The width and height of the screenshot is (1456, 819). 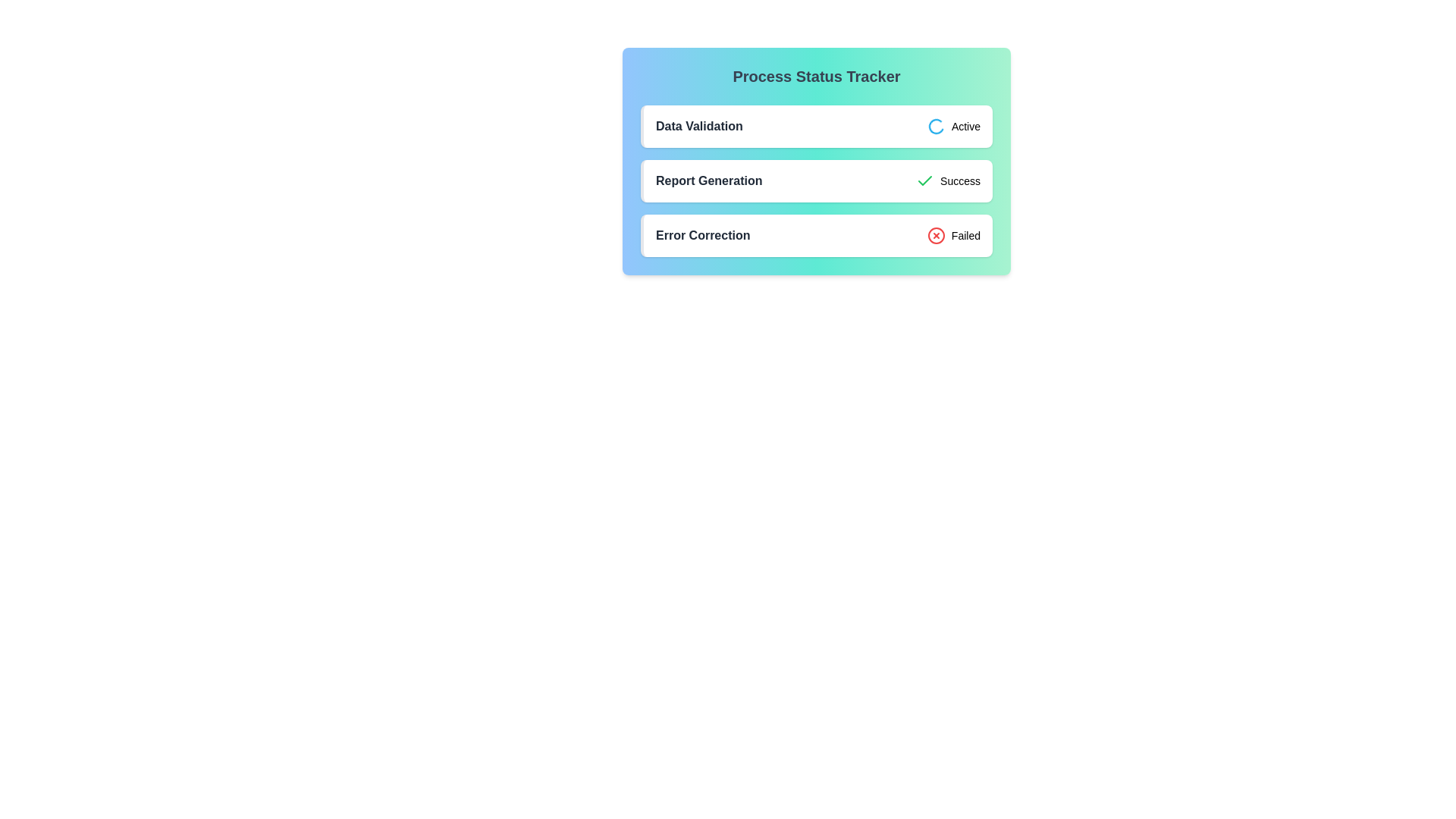 I want to click on the status card indicating the successful completion of the 'Report Generation' process, which is the second item in a vertical list of three items, so click(x=815, y=180).